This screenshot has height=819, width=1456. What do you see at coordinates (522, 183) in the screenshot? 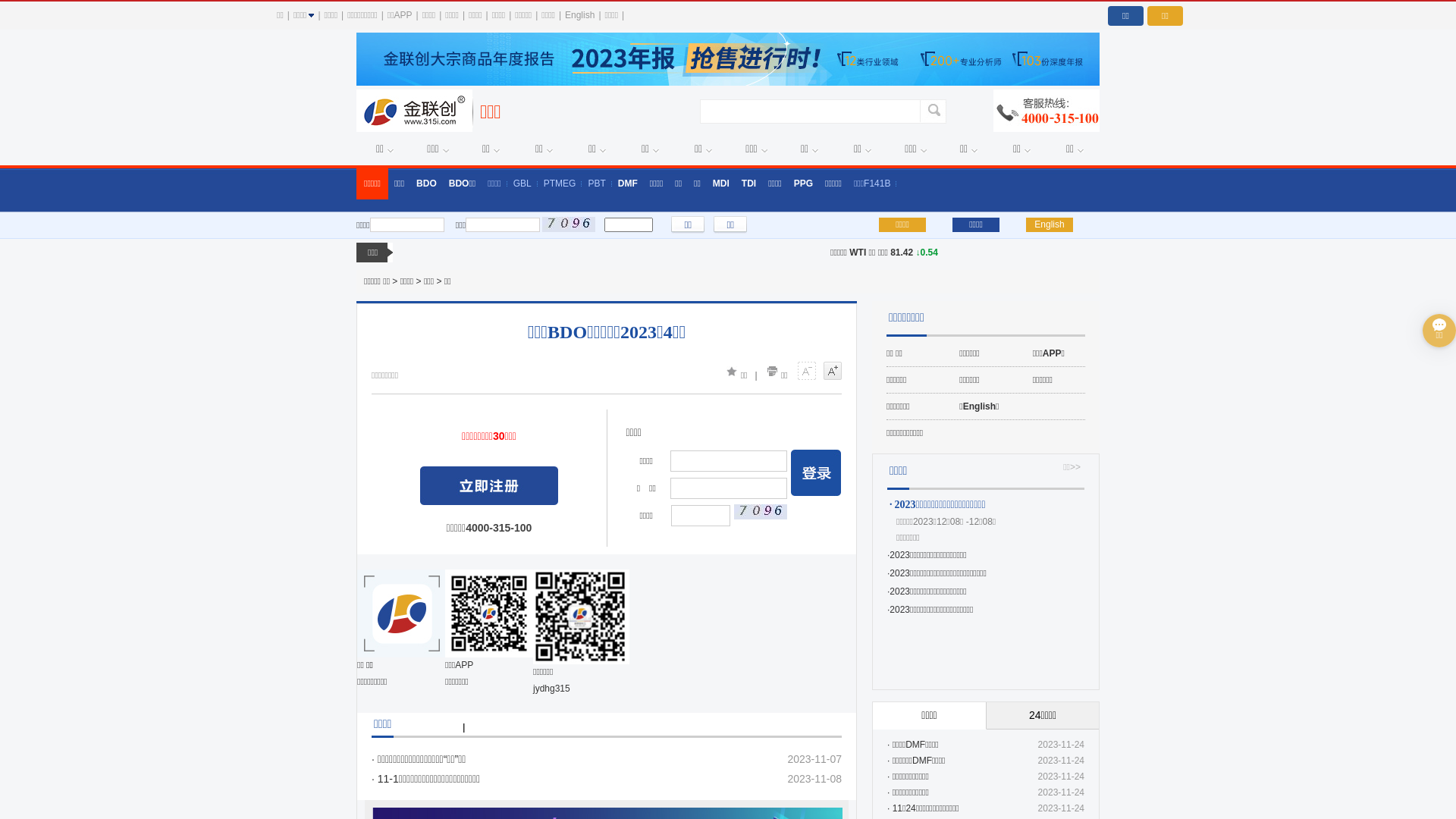
I see `'GBL'` at bounding box center [522, 183].